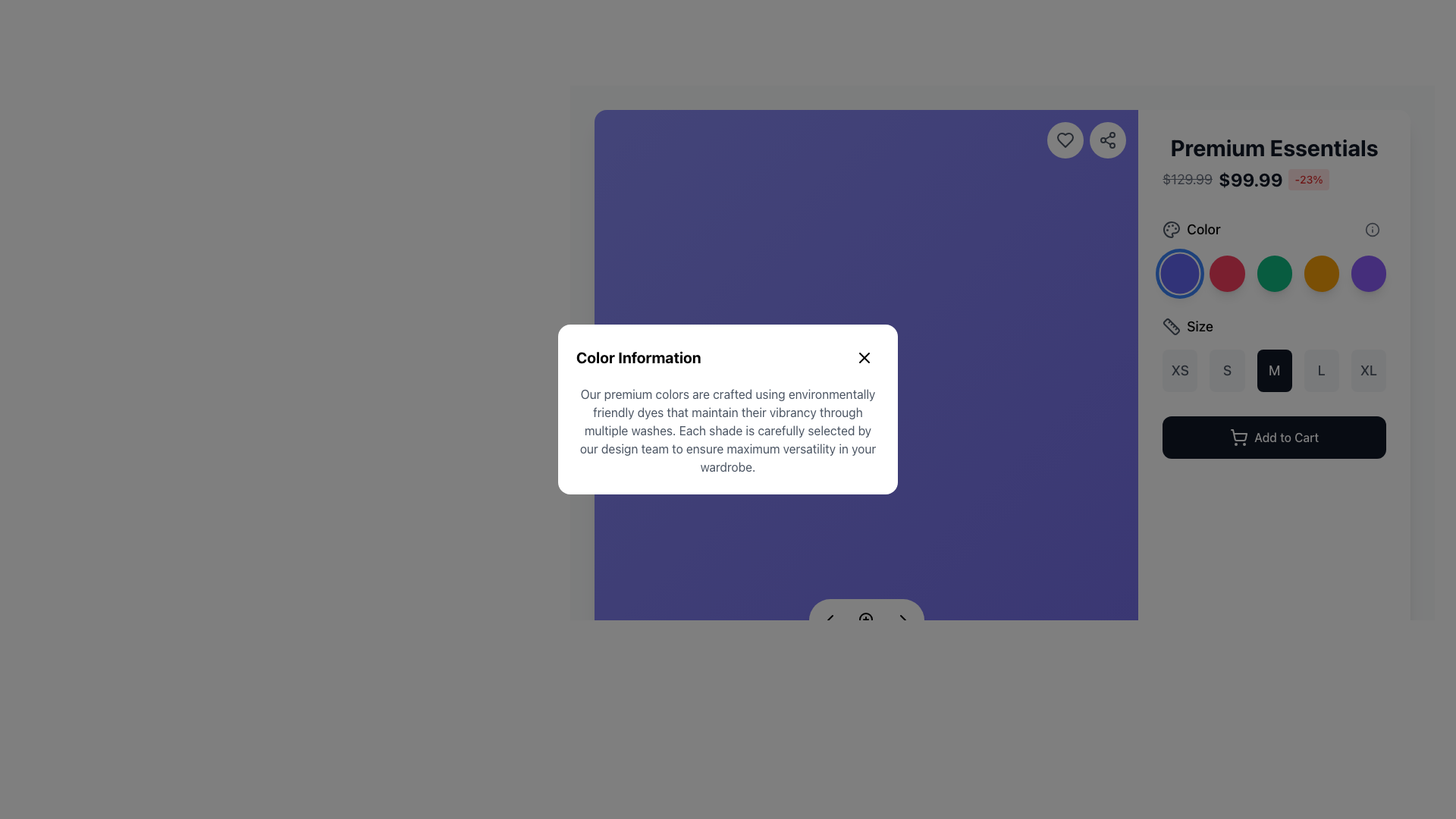  I want to click on the Text Label that displays the product title, positioned at the top right of the product detail page, above the pricing details and next to color and size options, so click(1274, 148).